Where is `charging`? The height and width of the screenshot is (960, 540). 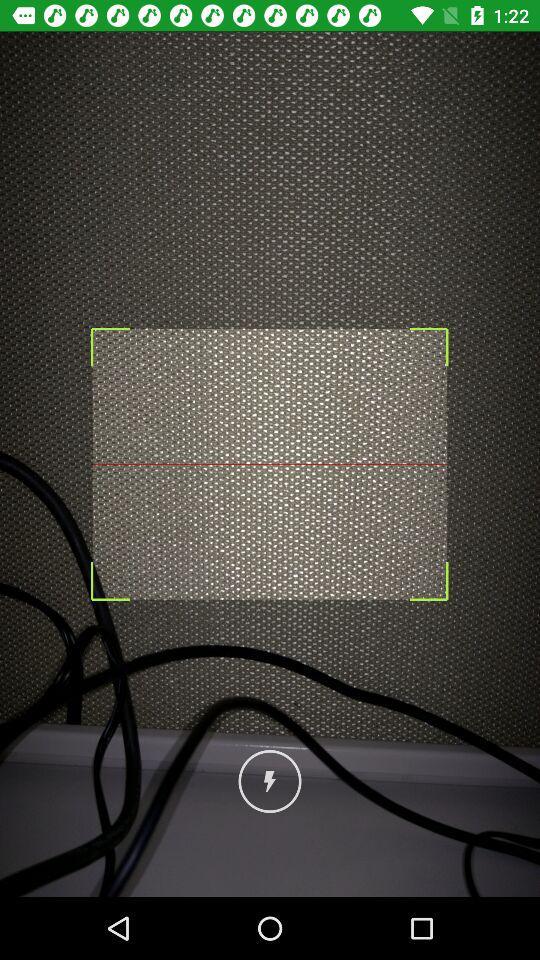 charging is located at coordinates (270, 781).